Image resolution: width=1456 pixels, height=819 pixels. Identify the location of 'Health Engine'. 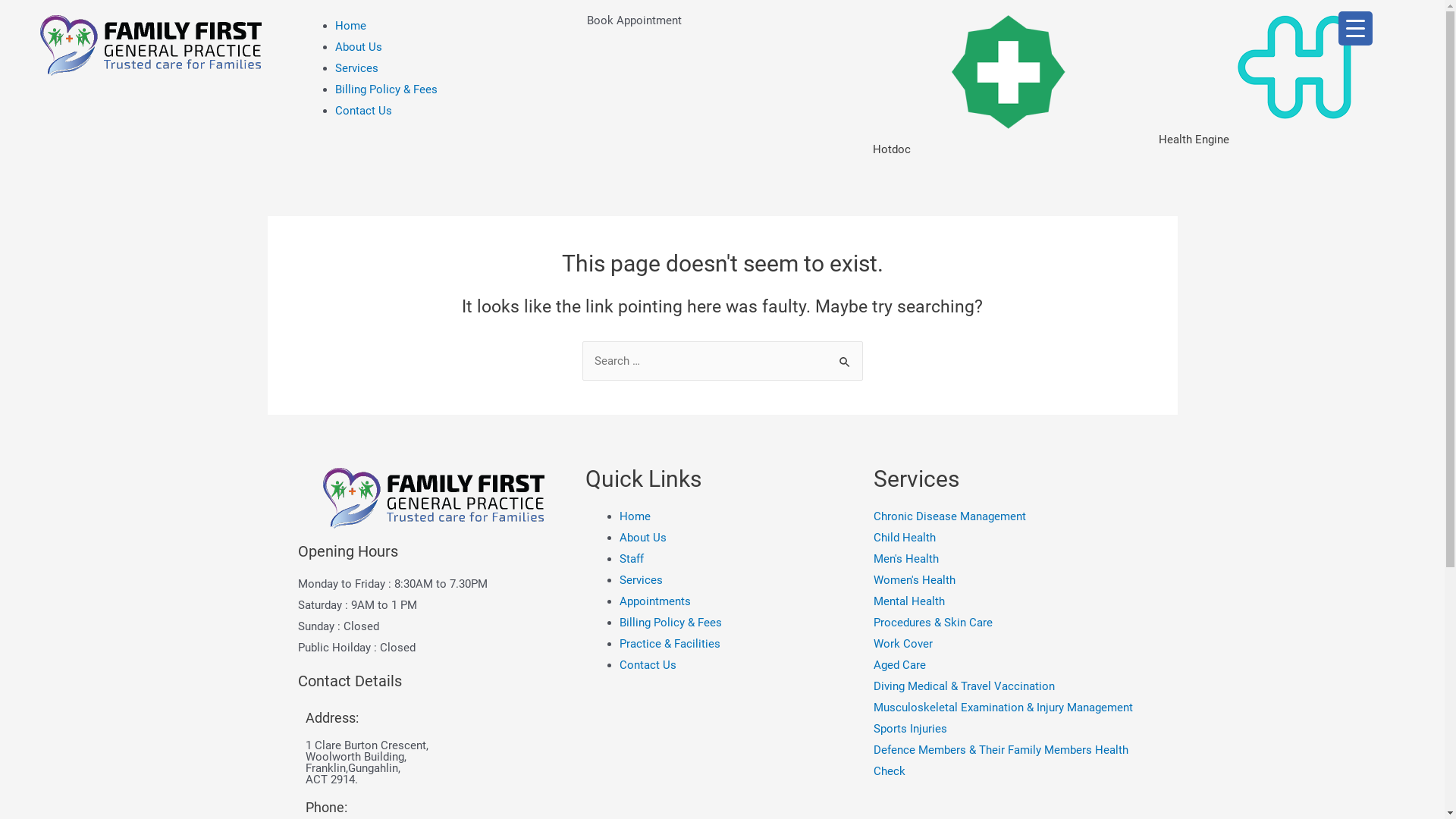
(1193, 140).